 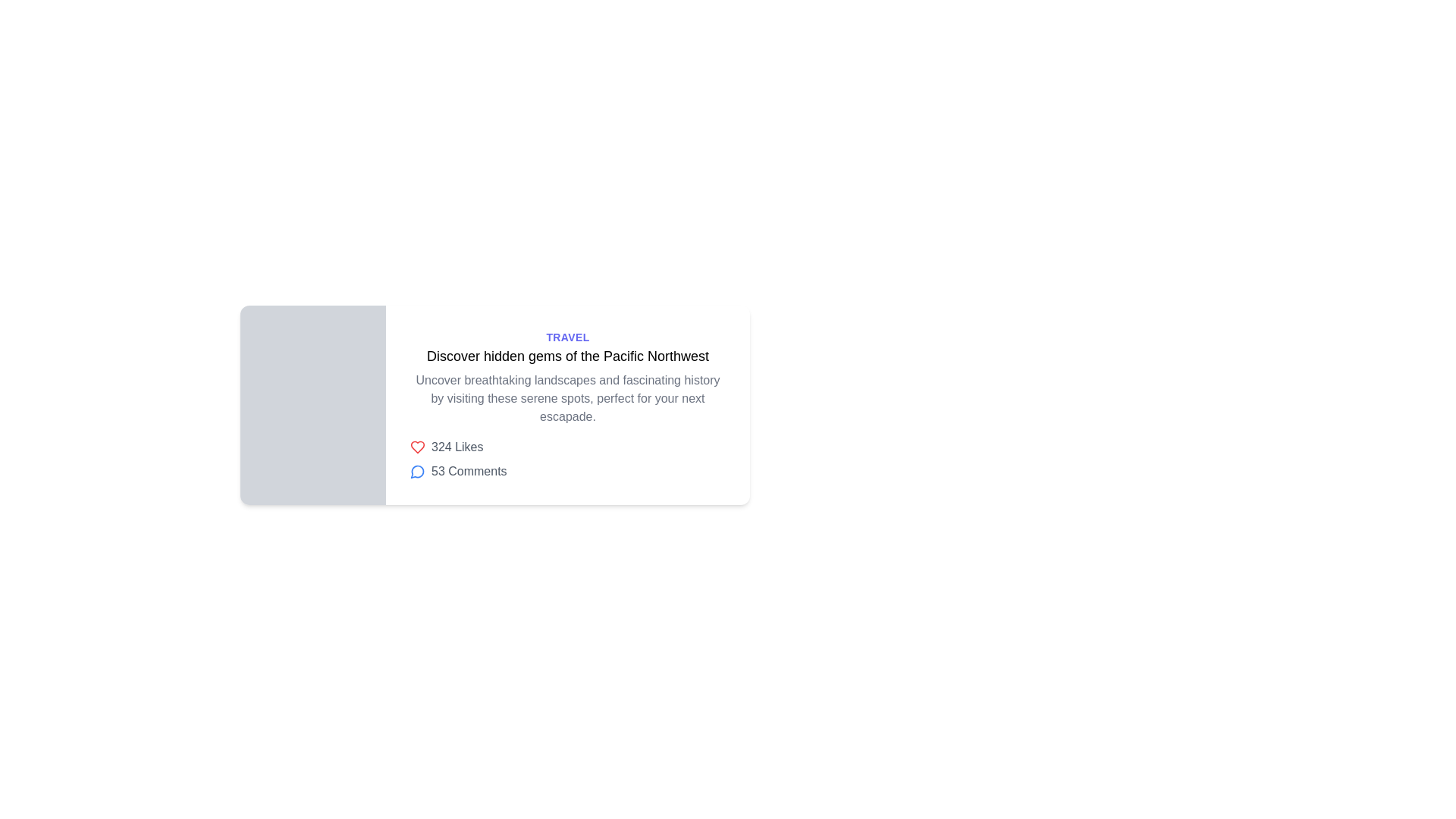 What do you see at coordinates (566, 458) in the screenshot?
I see `textual information element displaying user engagement statistics, which is located below the descriptive text within a content card, to gather further details` at bounding box center [566, 458].